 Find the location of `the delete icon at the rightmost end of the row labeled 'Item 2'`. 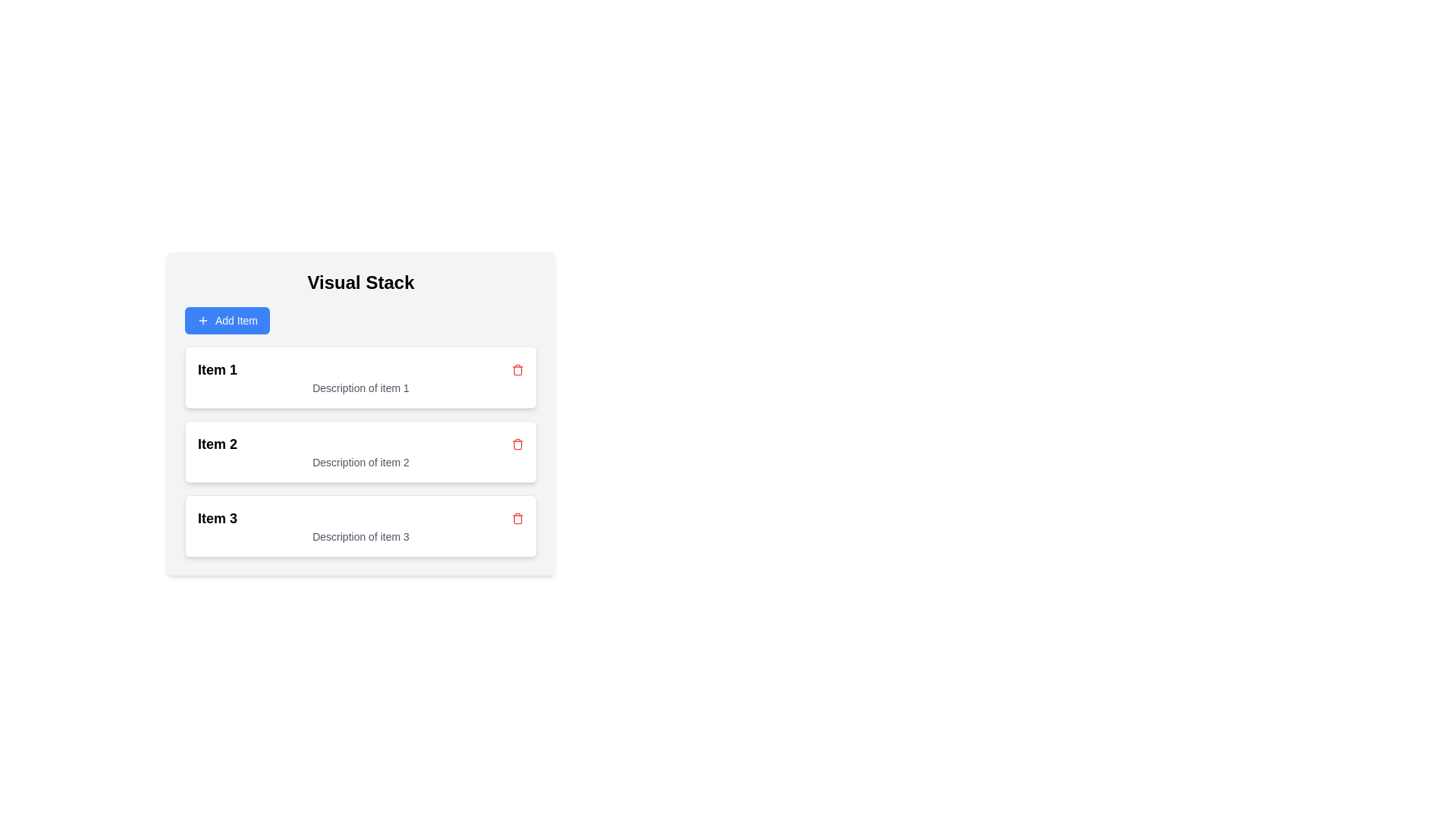

the delete icon at the rightmost end of the row labeled 'Item 2' is located at coordinates (517, 371).